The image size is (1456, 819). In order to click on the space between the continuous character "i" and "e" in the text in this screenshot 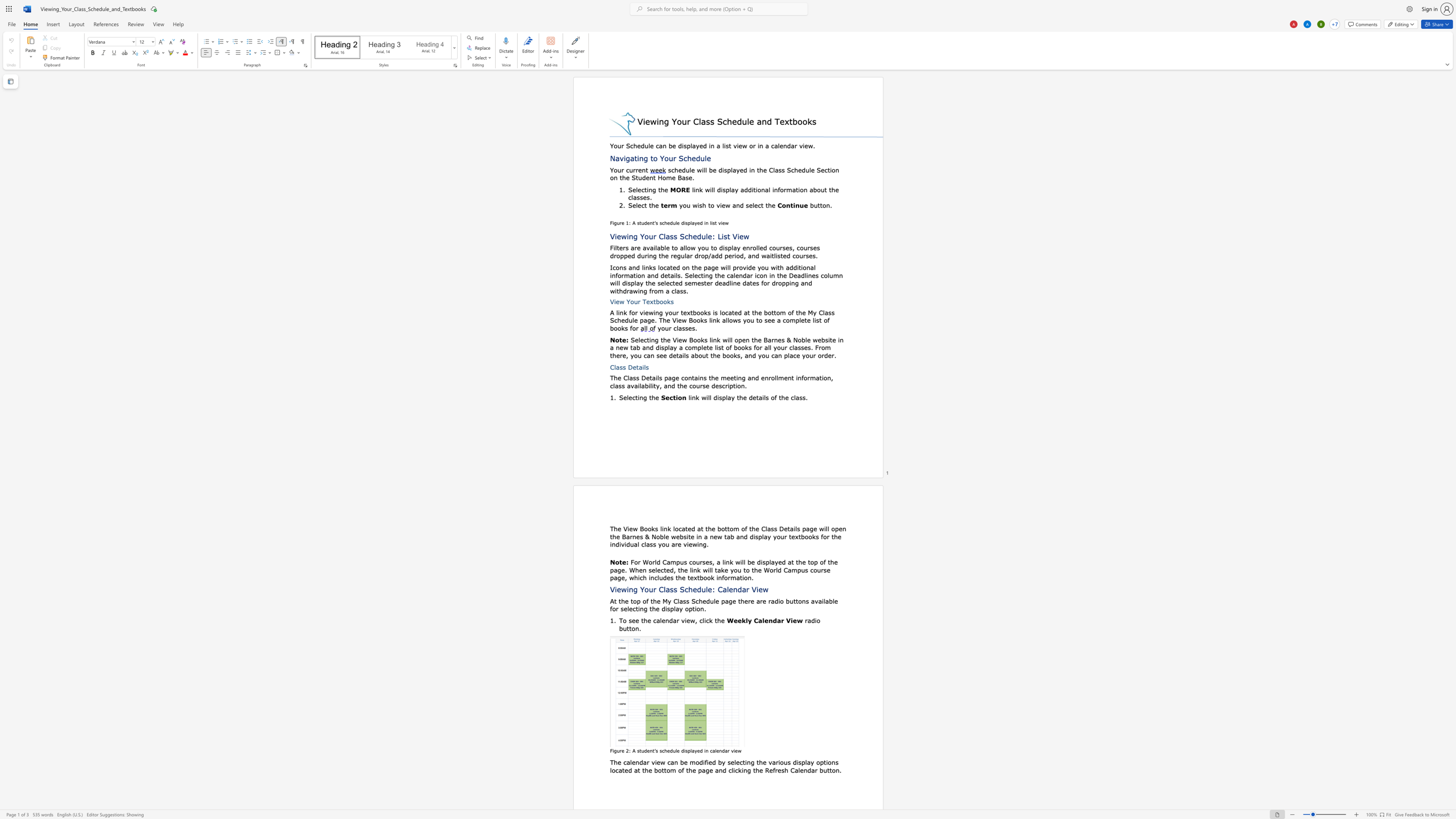, I will do `click(793, 620)`.